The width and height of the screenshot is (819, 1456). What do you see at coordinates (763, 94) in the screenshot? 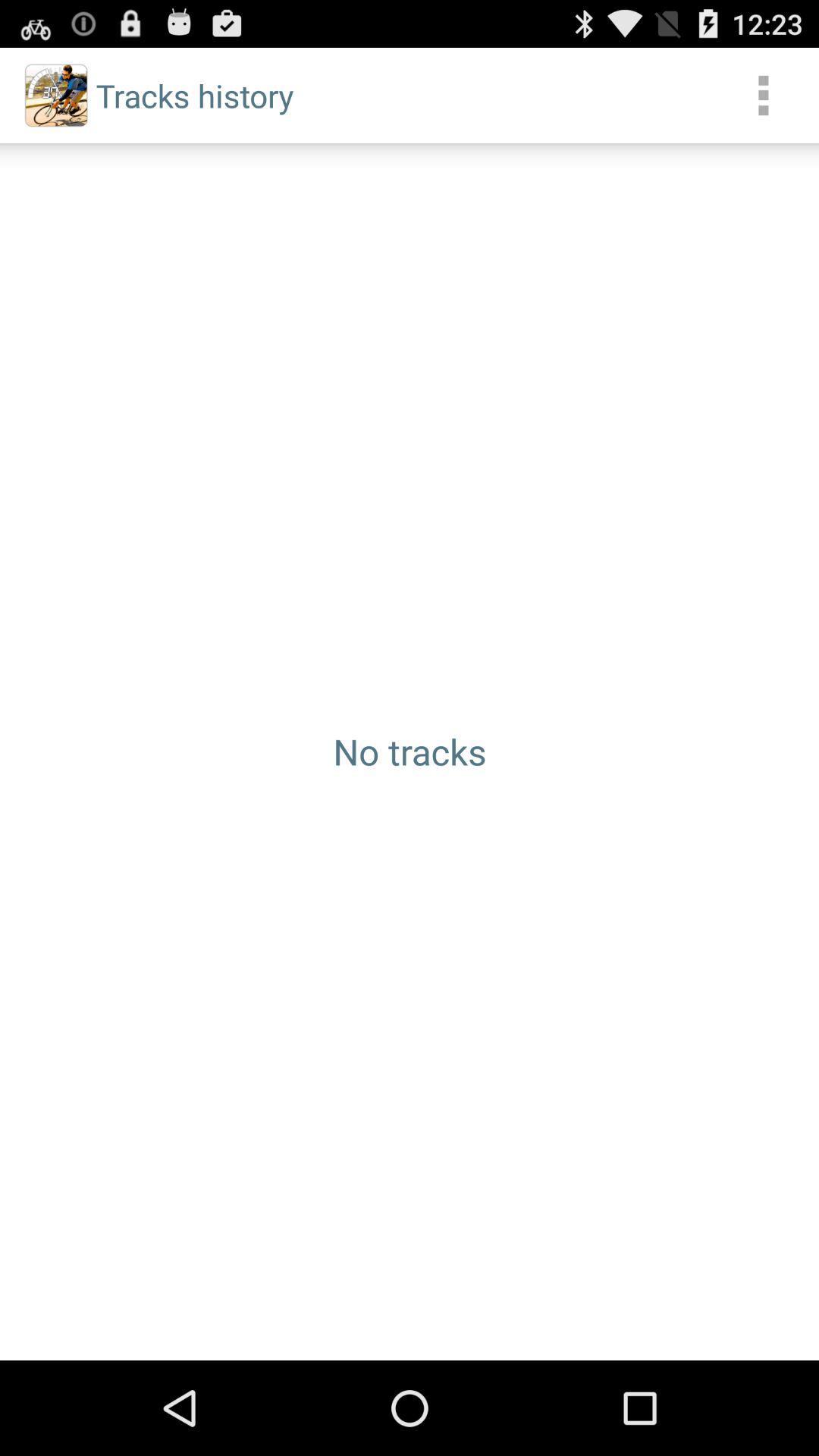
I see `icon at the top right corner` at bounding box center [763, 94].